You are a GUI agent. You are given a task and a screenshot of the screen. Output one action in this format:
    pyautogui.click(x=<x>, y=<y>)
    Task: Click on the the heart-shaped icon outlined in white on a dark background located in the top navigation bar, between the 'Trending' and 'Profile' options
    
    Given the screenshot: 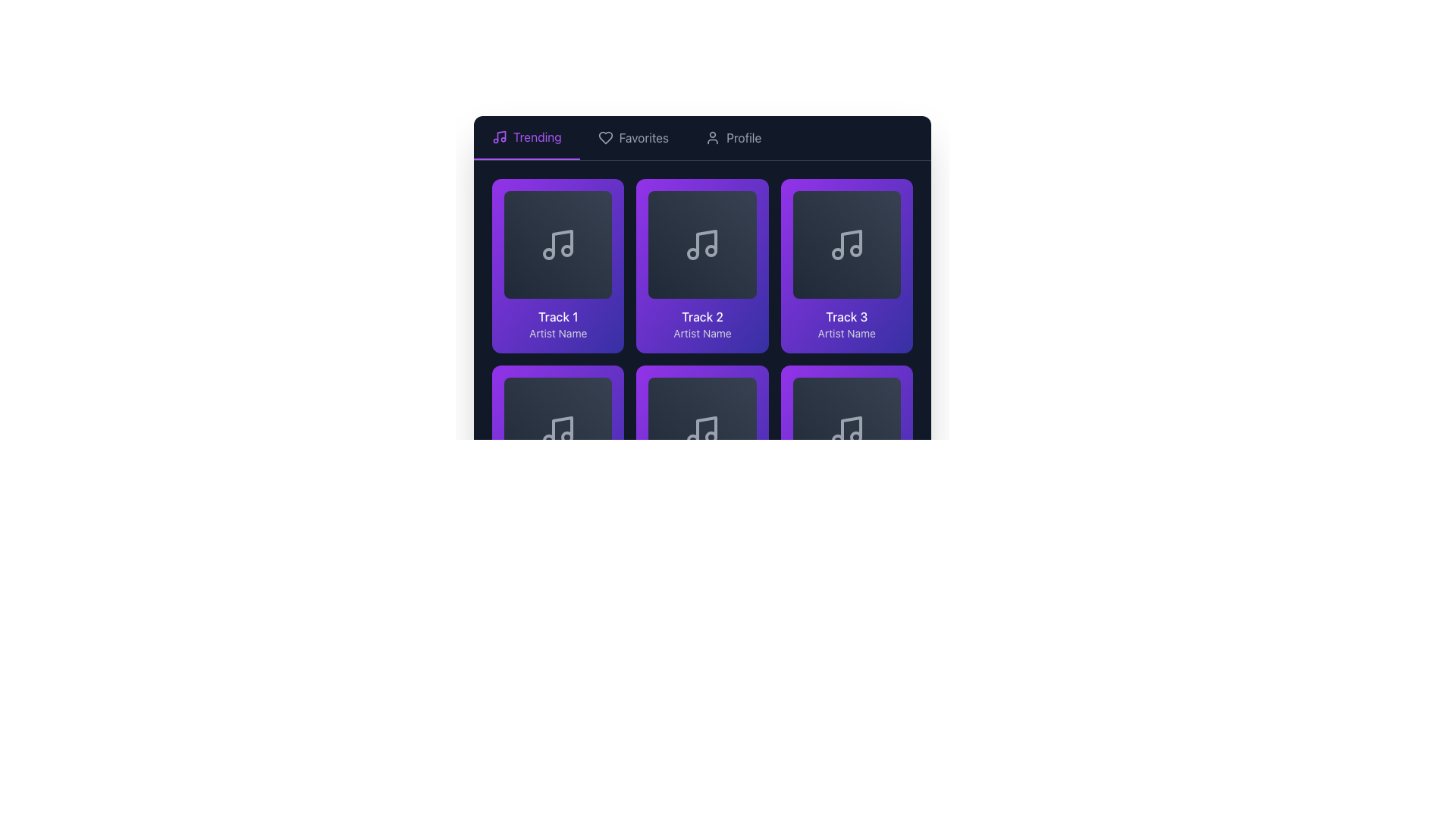 What is the action you would take?
    pyautogui.click(x=604, y=137)
    